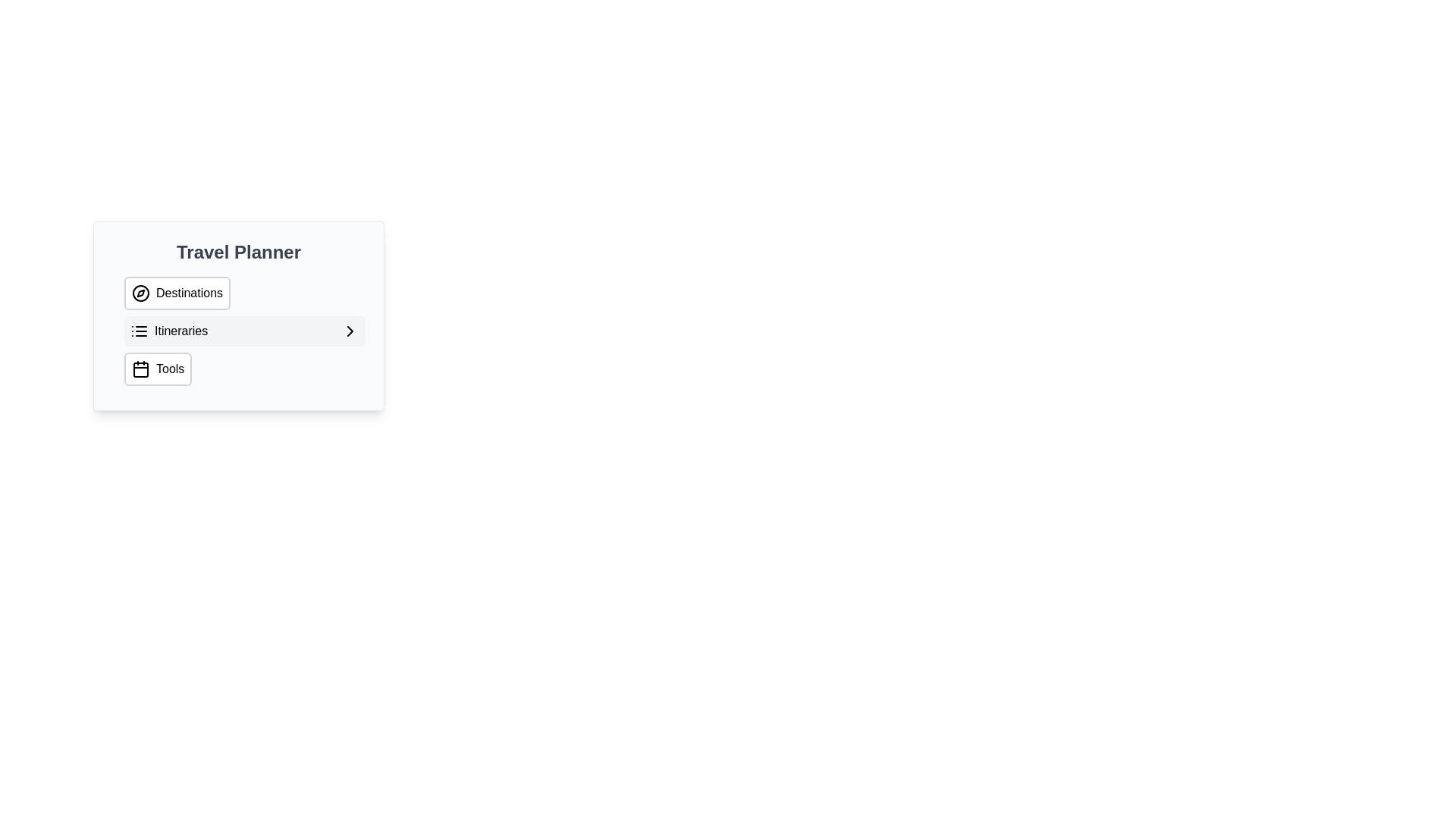 The width and height of the screenshot is (1456, 819). What do you see at coordinates (141, 293) in the screenshot?
I see `the SVG circle representing 'Destinations' in the 'Travel Planner' card, which serves as a visual decoration for navigation` at bounding box center [141, 293].